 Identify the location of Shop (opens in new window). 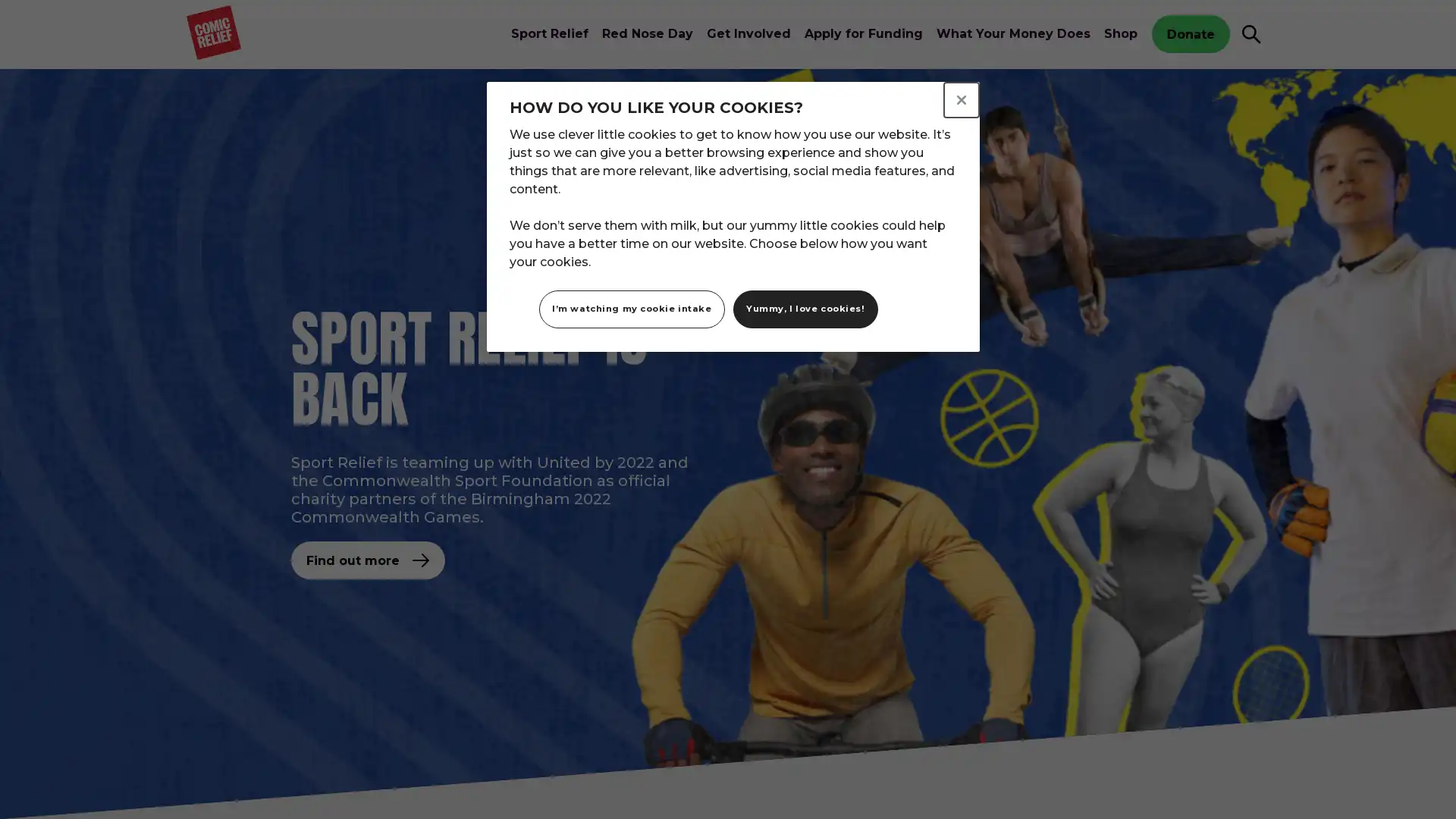
(1121, 34).